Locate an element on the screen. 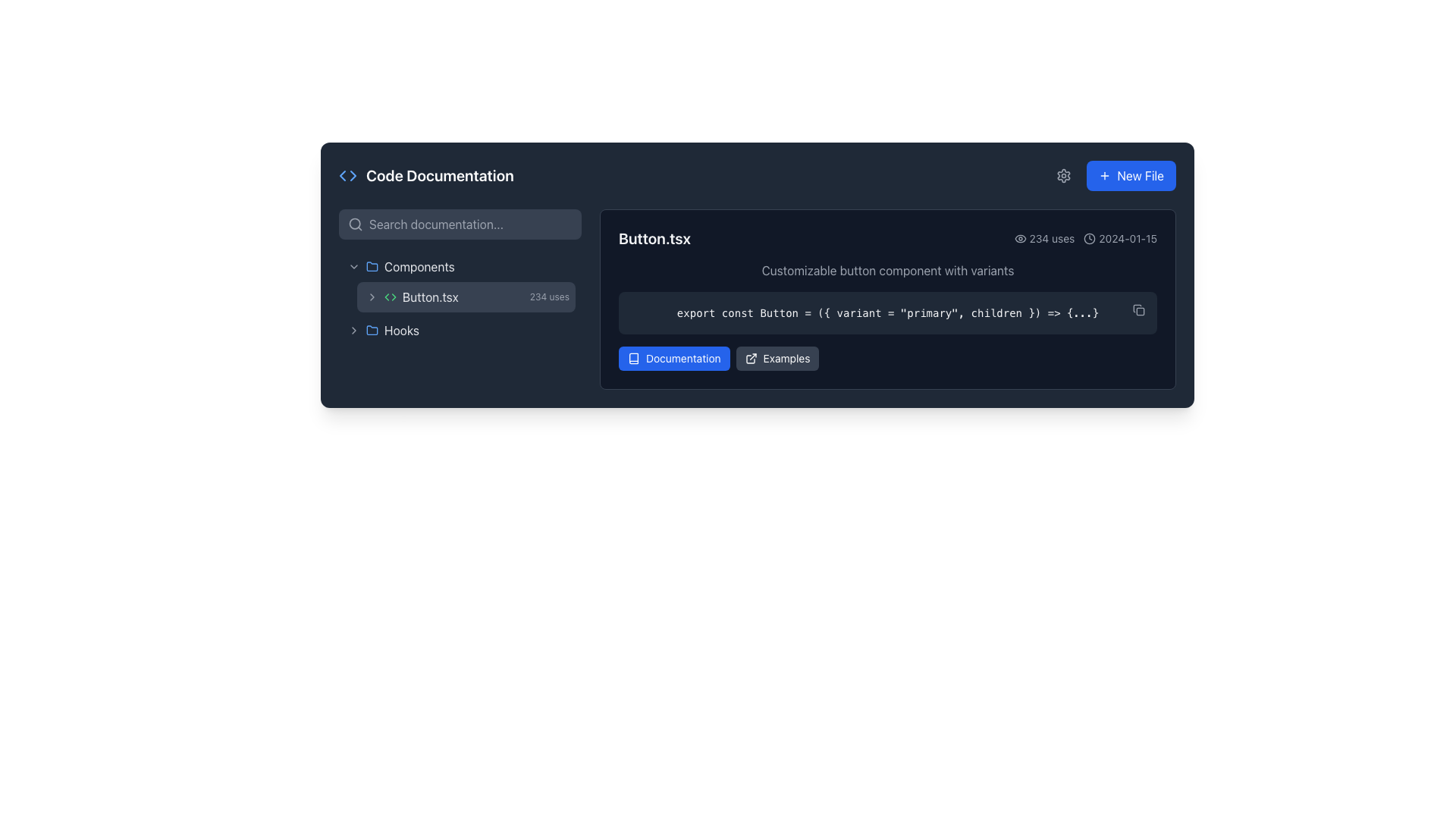 Image resolution: width=1456 pixels, height=819 pixels. the left chevron icon in the navigation section is located at coordinates (341, 174).